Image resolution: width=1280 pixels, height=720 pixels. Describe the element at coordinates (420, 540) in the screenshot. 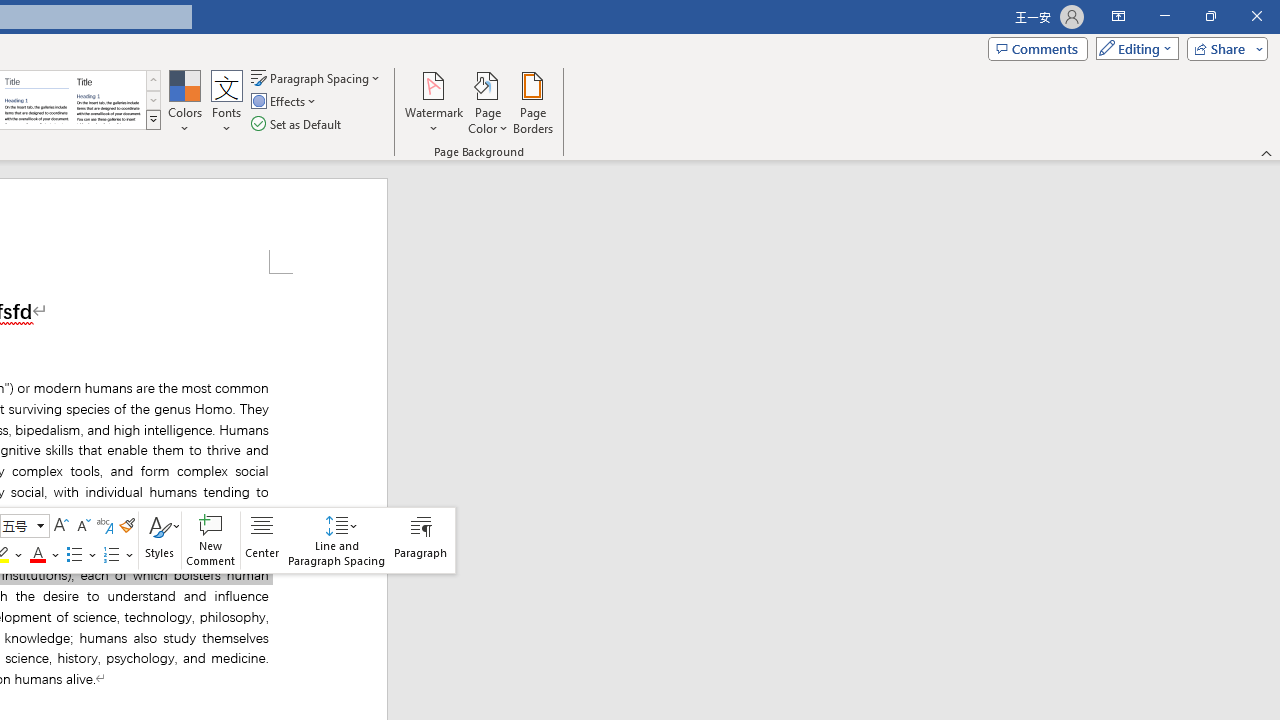

I see `'Paragraph...'` at that location.